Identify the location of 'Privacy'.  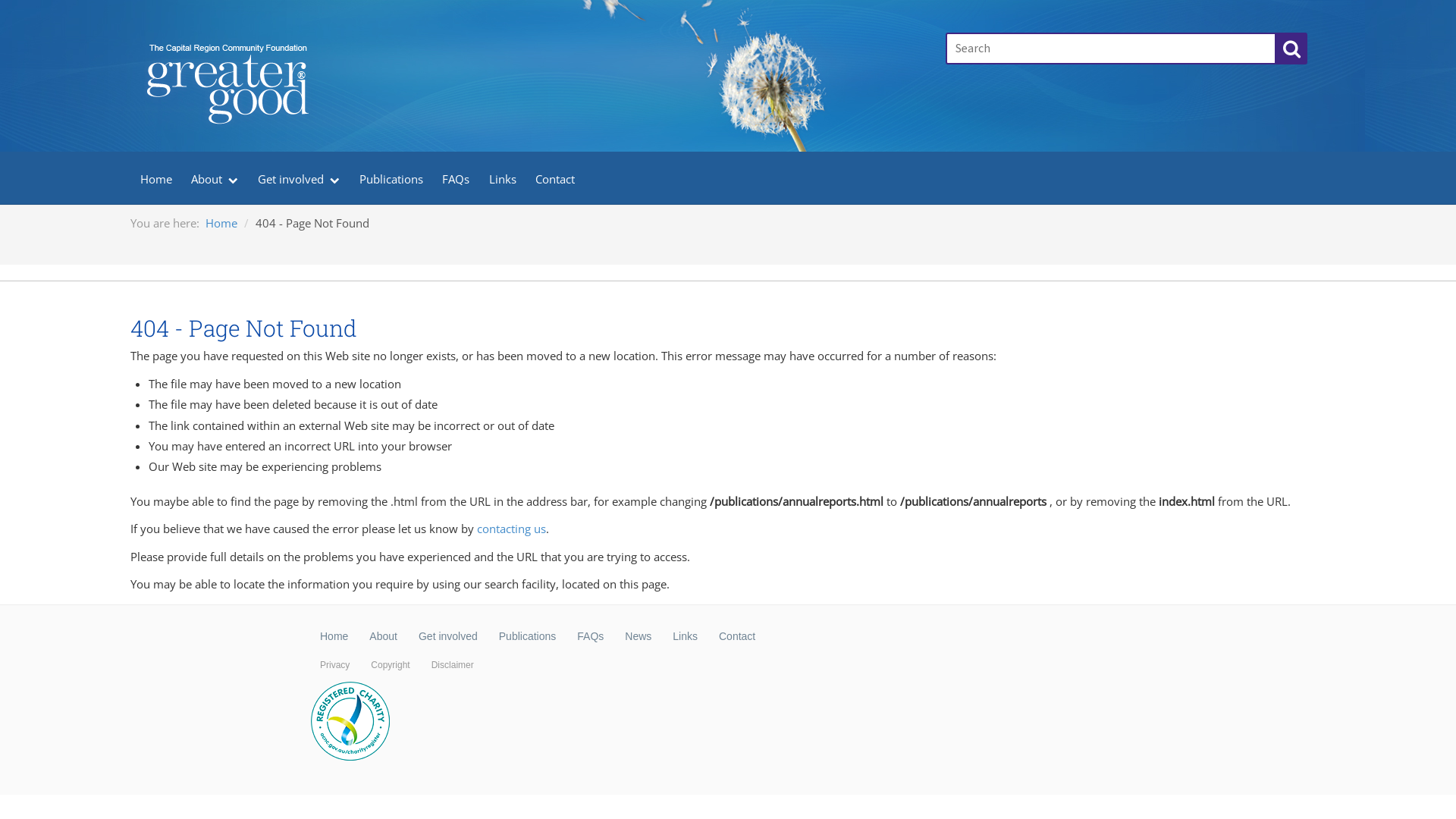
(334, 664).